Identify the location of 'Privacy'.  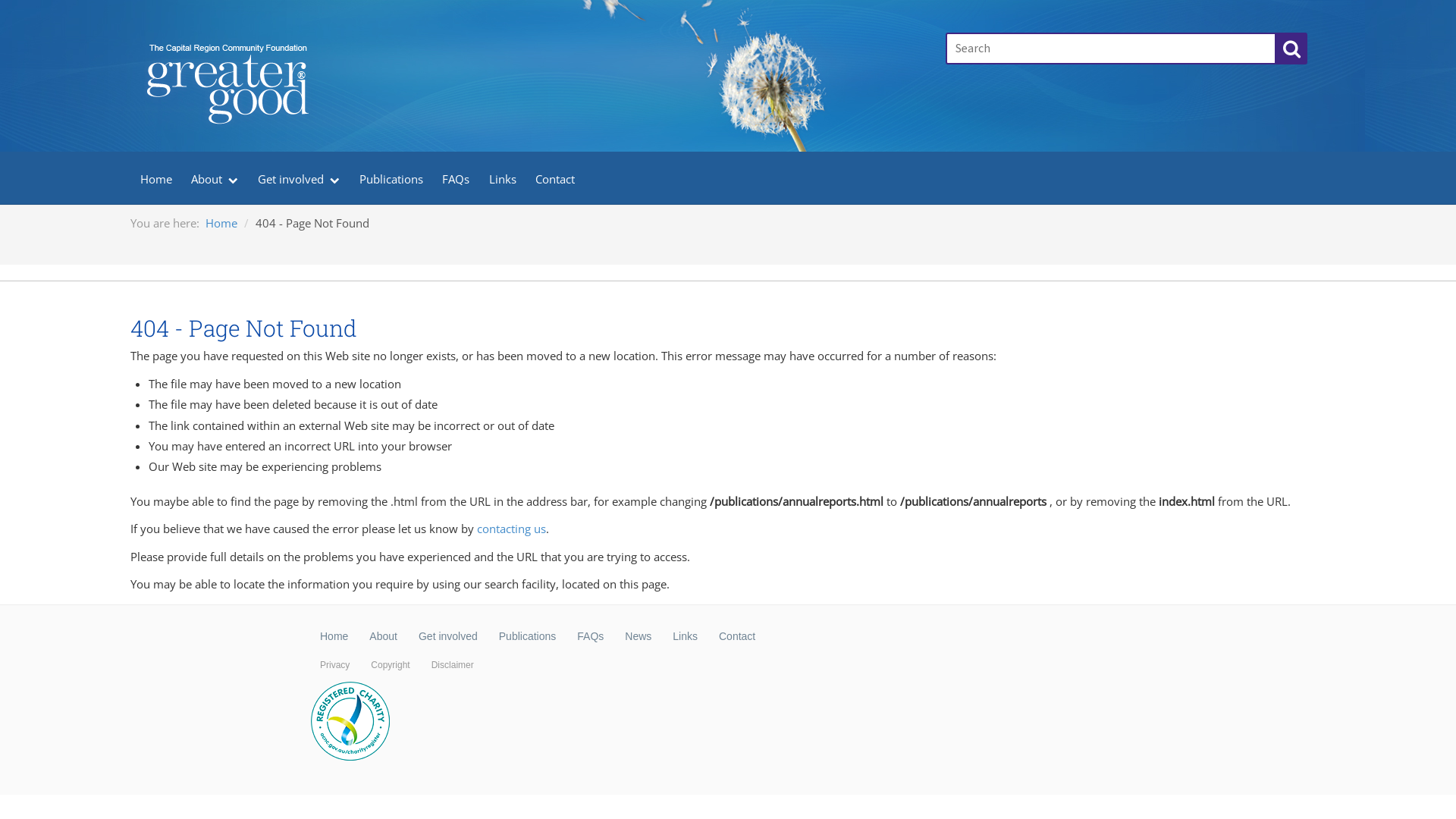
(334, 664).